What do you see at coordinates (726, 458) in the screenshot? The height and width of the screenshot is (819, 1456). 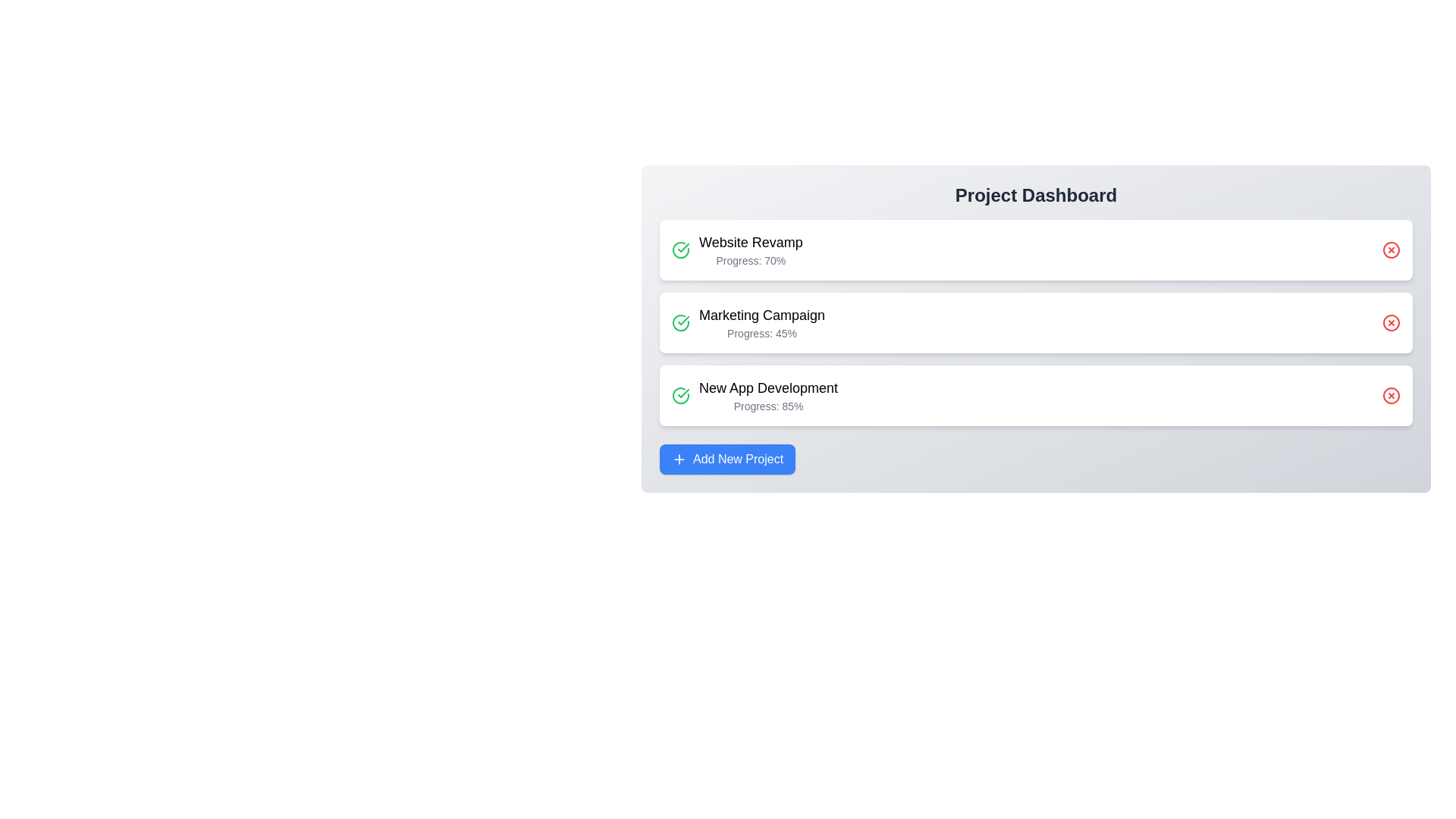 I see `the 'Add New Project' button` at bounding box center [726, 458].